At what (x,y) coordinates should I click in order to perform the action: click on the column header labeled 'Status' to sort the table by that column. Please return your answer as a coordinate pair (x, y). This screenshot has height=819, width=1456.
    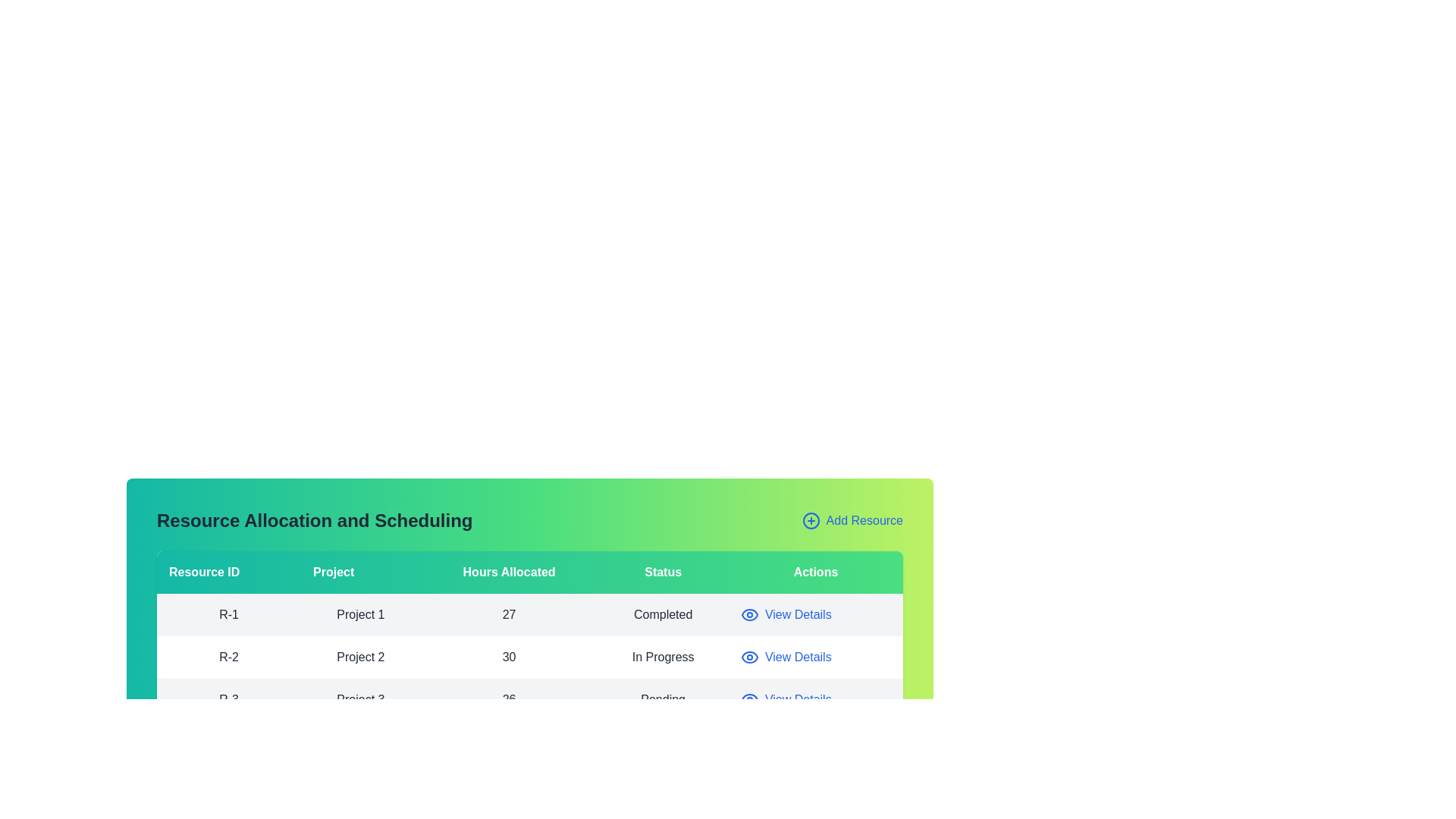
    Looking at the image, I should click on (662, 573).